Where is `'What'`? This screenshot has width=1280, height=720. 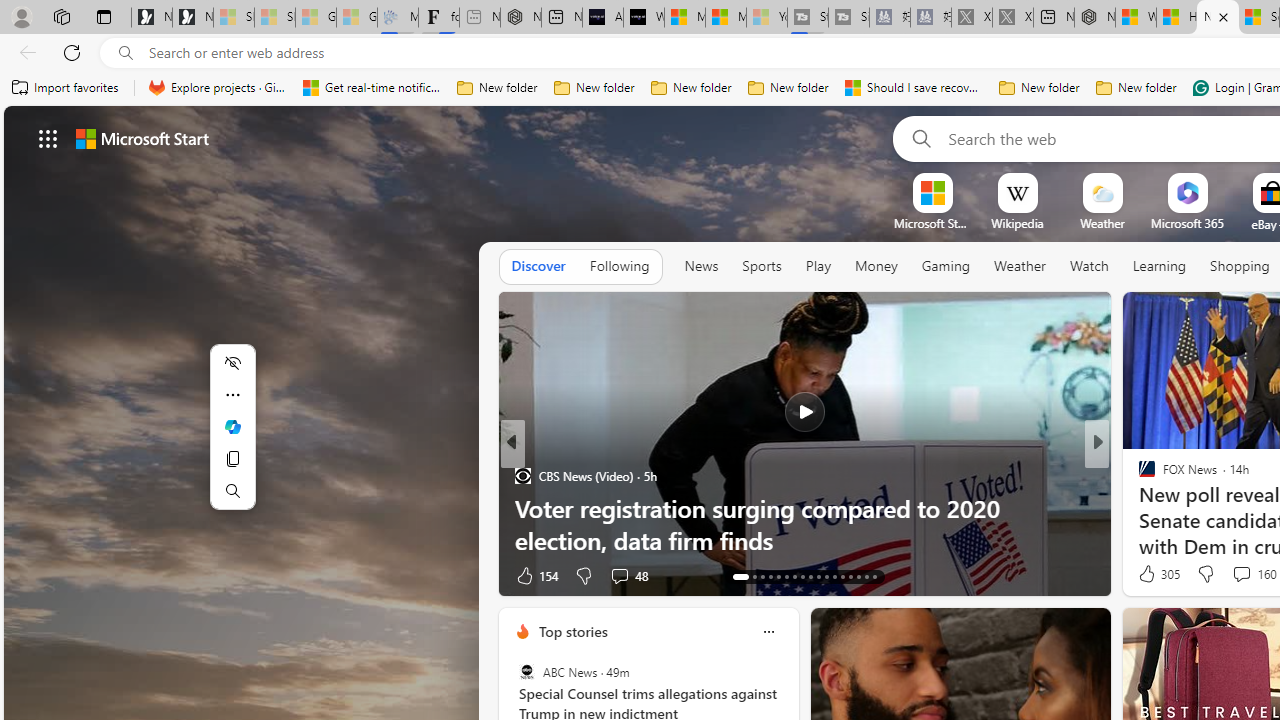
'What' is located at coordinates (643, 17).